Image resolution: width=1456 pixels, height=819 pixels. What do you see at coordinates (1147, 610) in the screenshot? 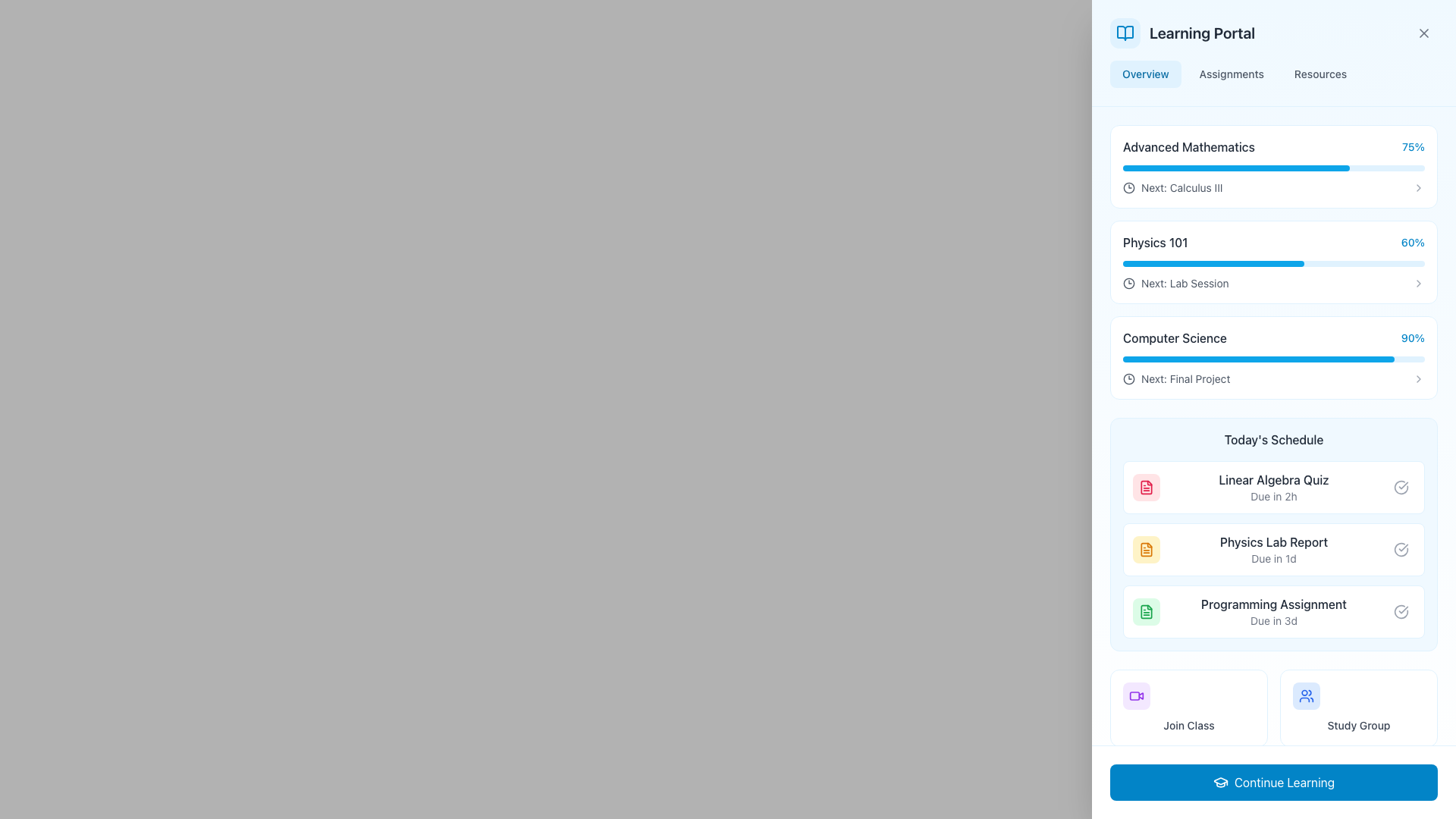
I see `the icon representing a document or file related to an assignment located in the right panel under 'Programming Assignment' in 'Today's Schedule'` at bounding box center [1147, 610].